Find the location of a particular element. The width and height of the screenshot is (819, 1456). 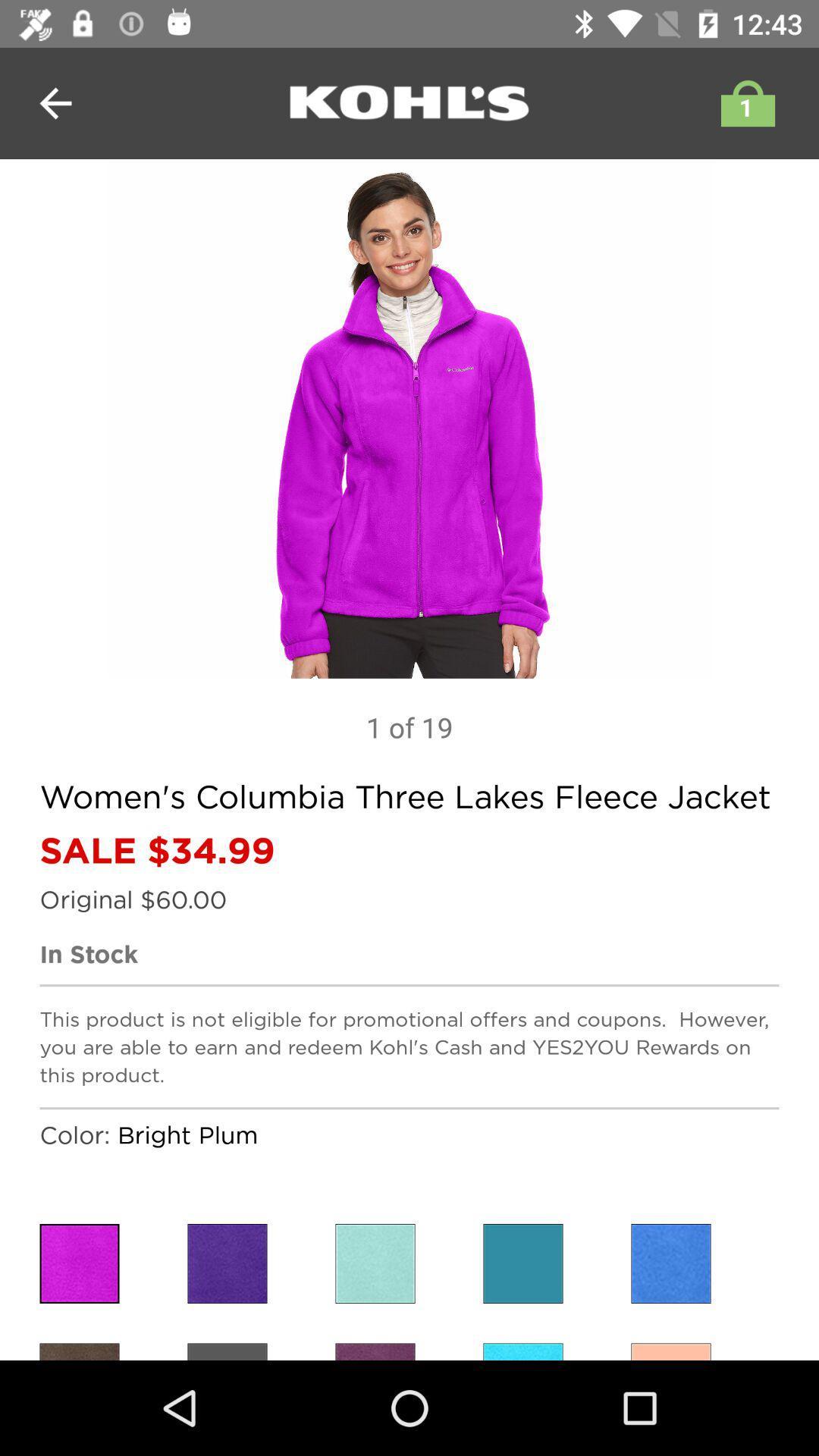

change the color to lighjt blue is located at coordinates (375, 1263).